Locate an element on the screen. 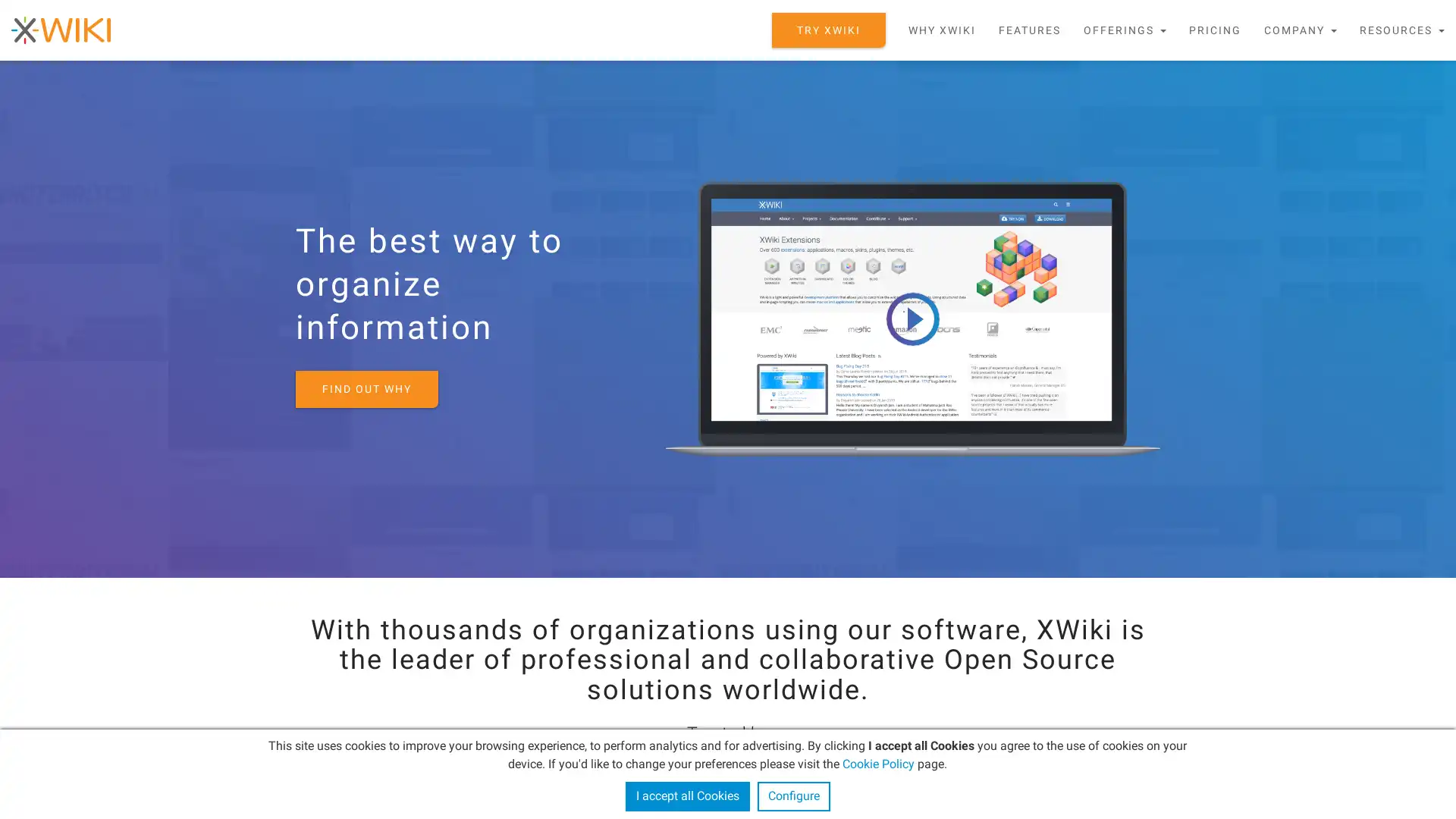 This screenshot has width=1456, height=819. Configure is located at coordinates (792, 795).